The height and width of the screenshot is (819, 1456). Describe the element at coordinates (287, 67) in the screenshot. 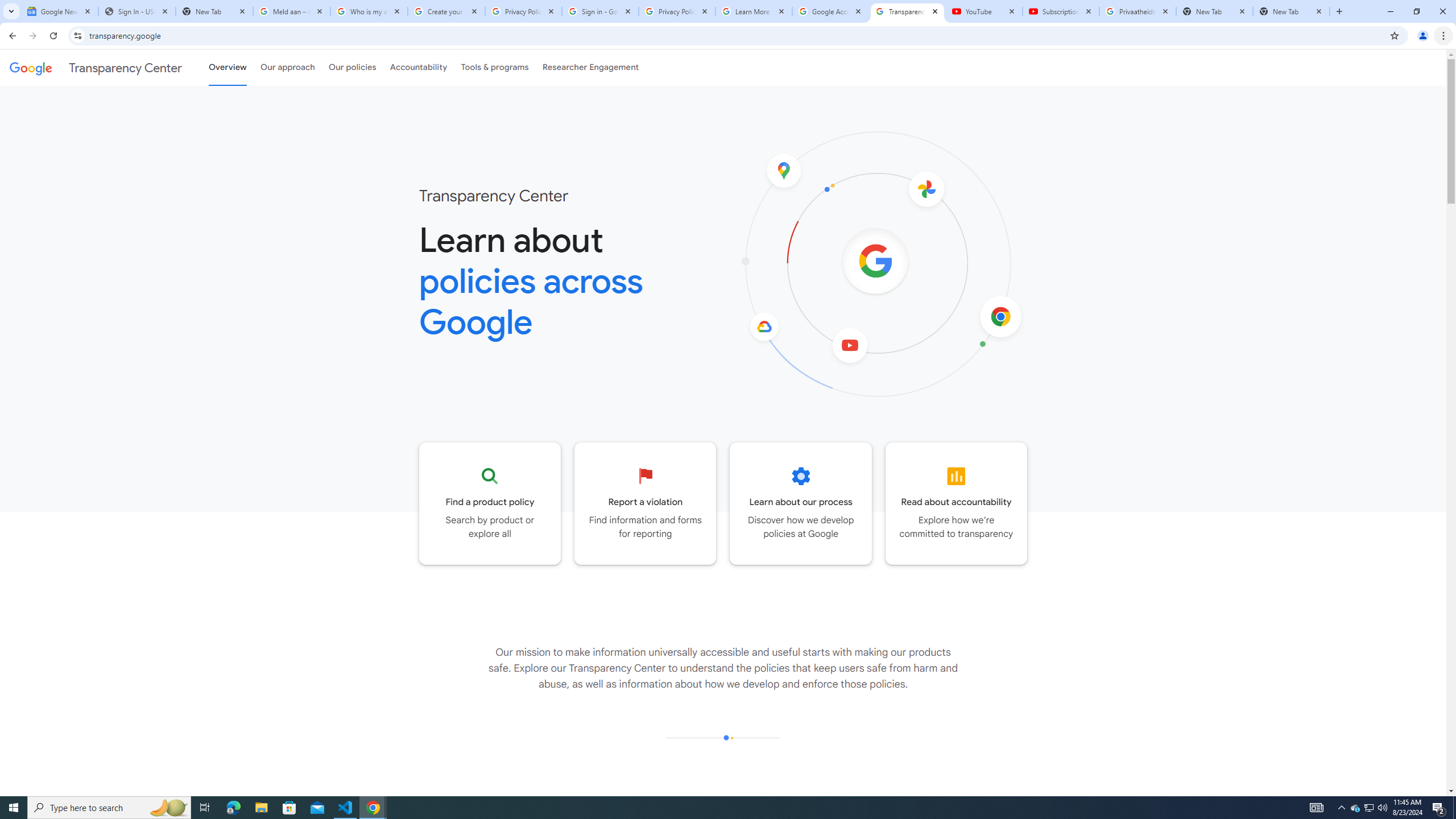

I see `'Our approach'` at that location.